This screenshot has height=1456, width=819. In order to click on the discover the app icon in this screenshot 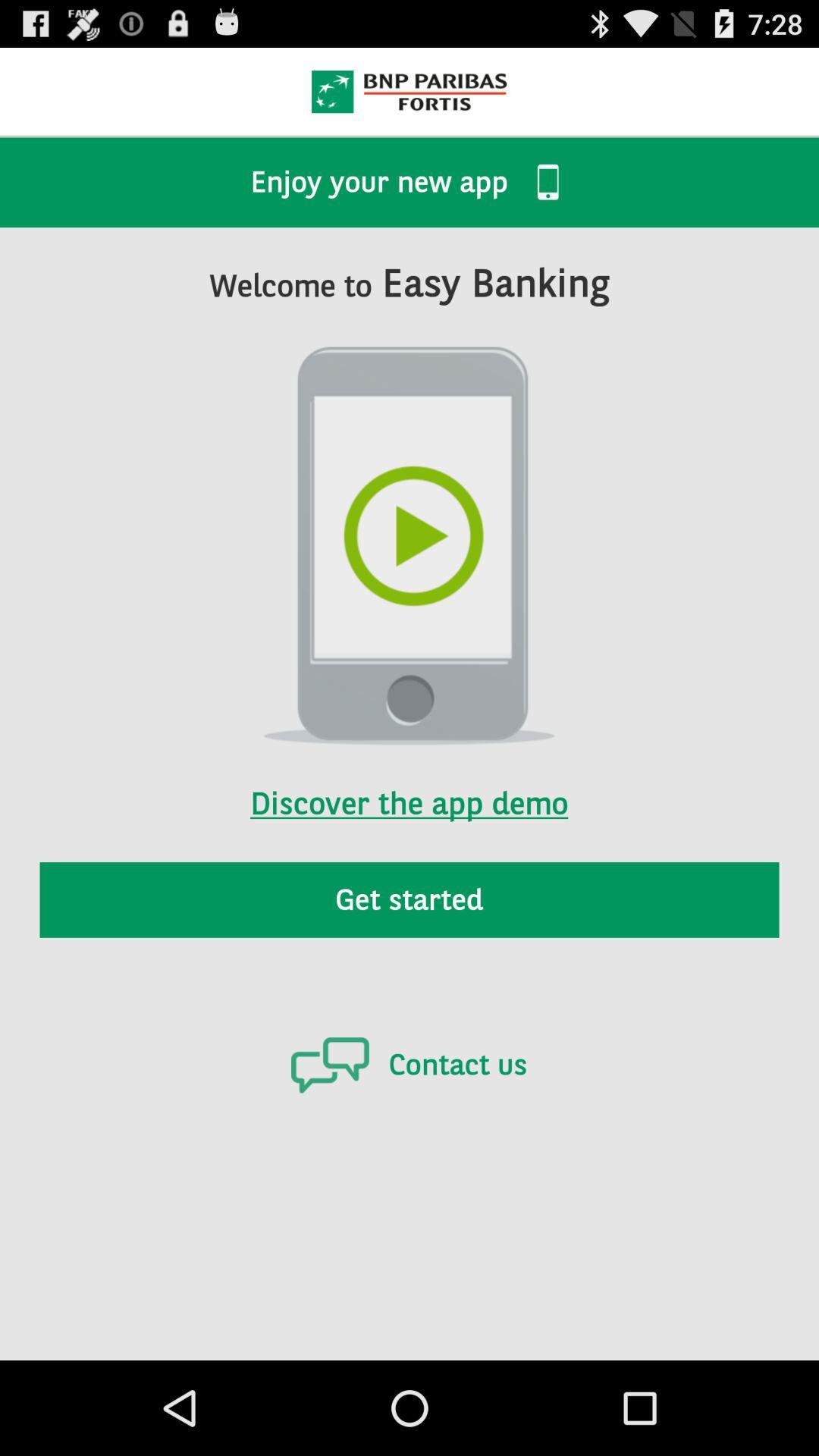, I will do `click(408, 783)`.